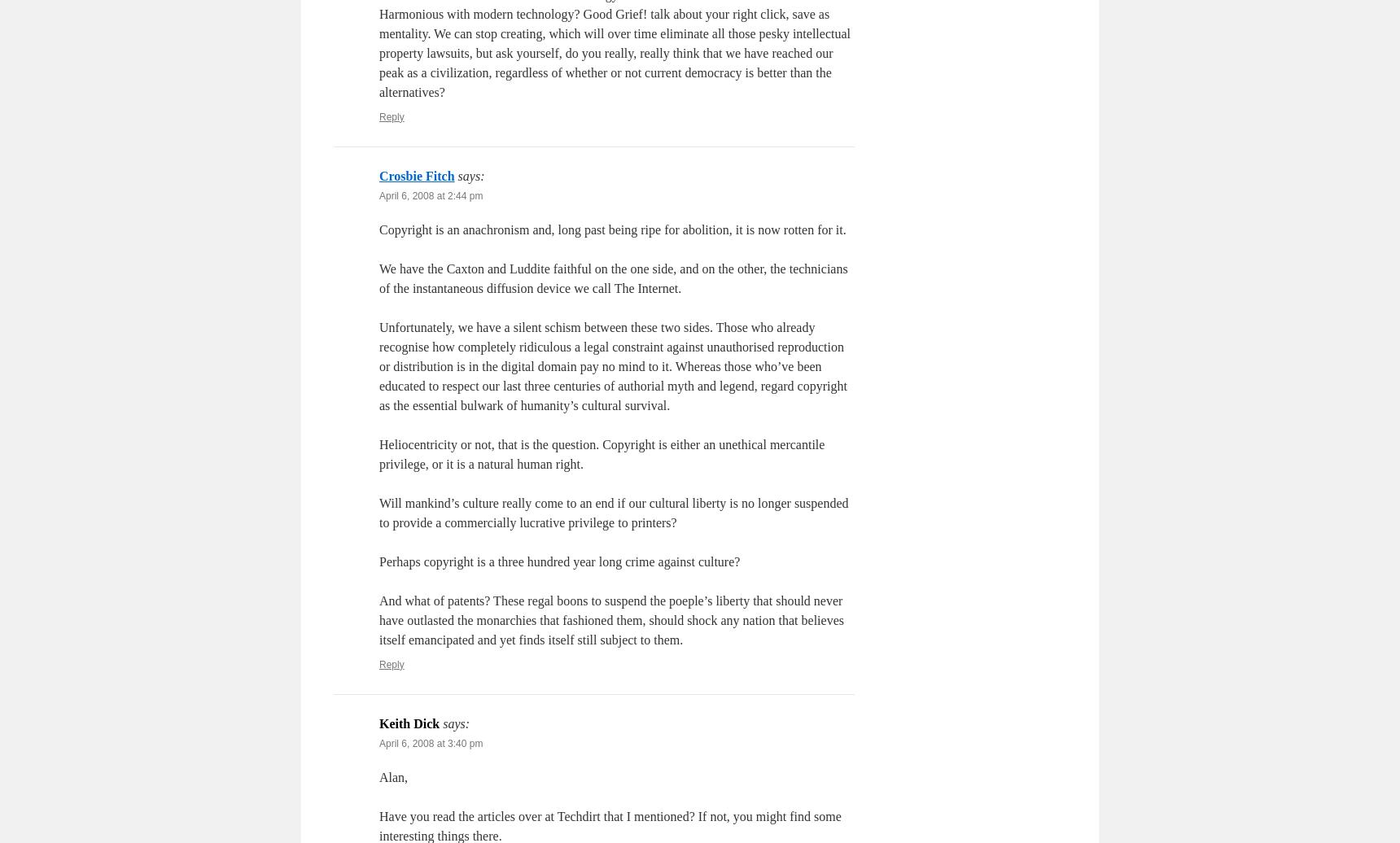 The width and height of the screenshot is (1400, 843). What do you see at coordinates (559, 561) in the screenshot?
I see `'Perhaps copyright is a three hundred year long crime against culture?'` at bounding box center [559, 561].